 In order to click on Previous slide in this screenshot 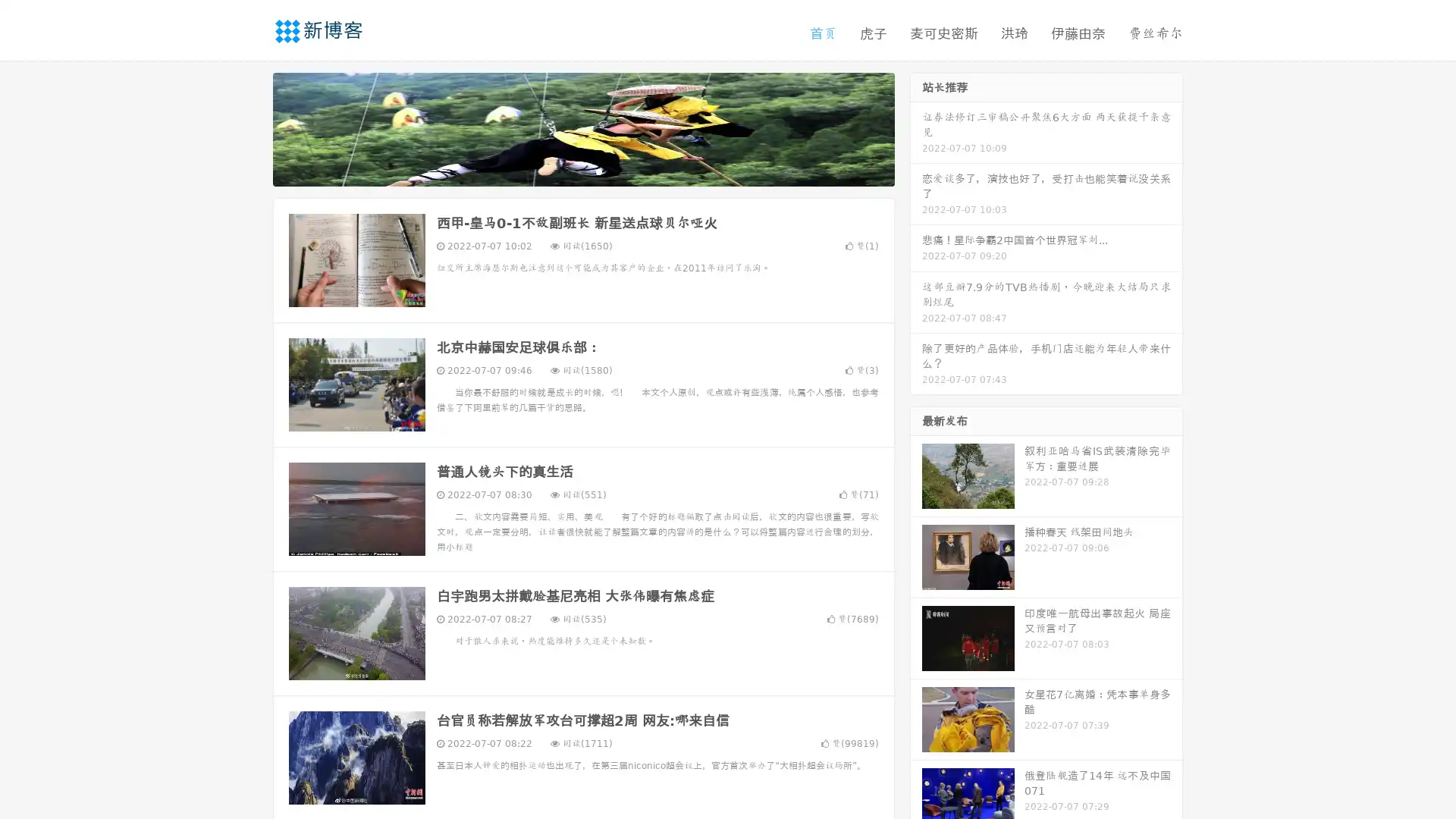, I will do `click(250, 127)`.